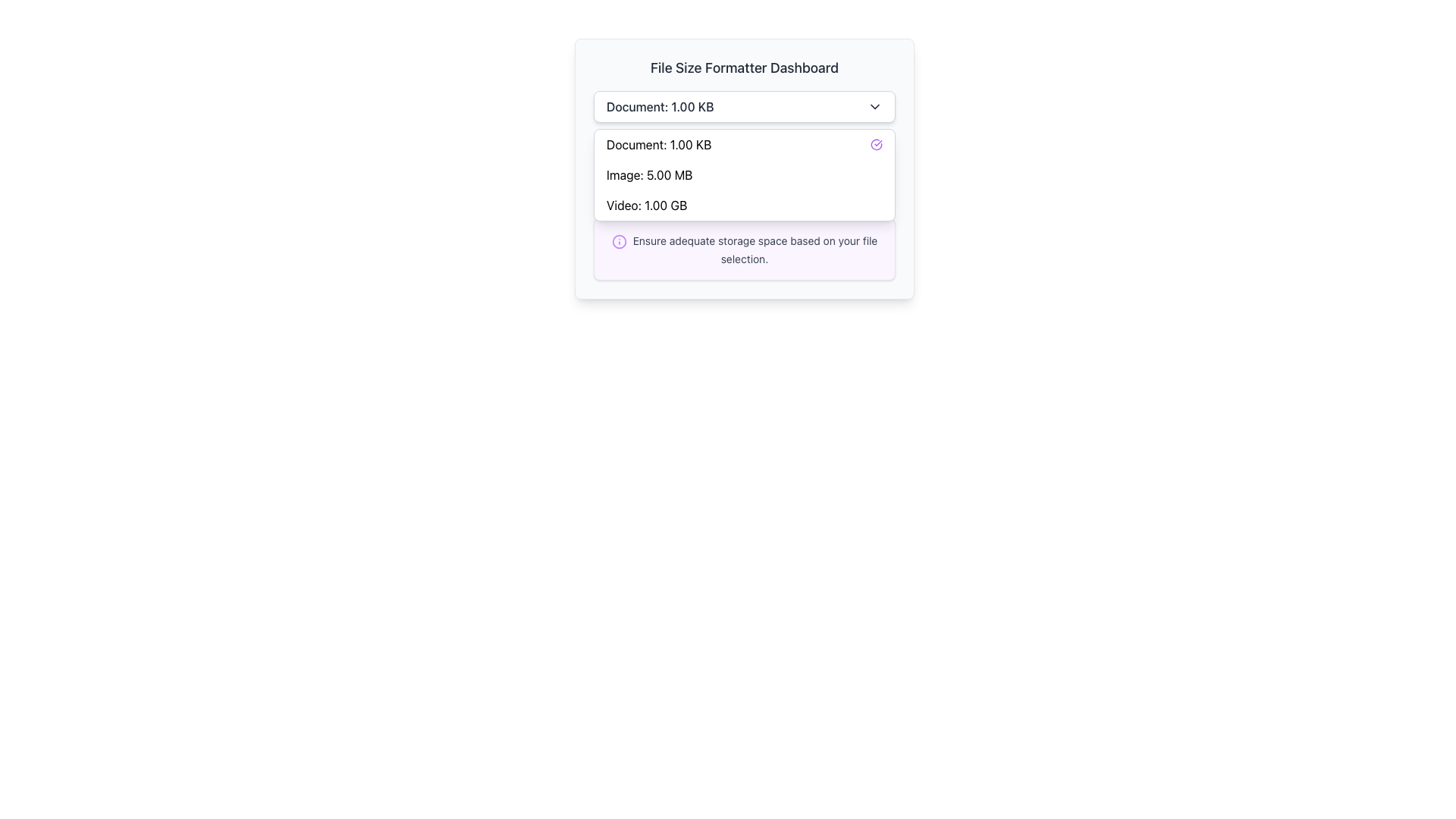 This screenshot has height=819, width=1456. Describe the element at coordinates (679, 178) in the screenshot. I see `the static text label displaying 'Document: 1.00 KB', which is styled in small font and is positioned below 'Selected File'` at that location.